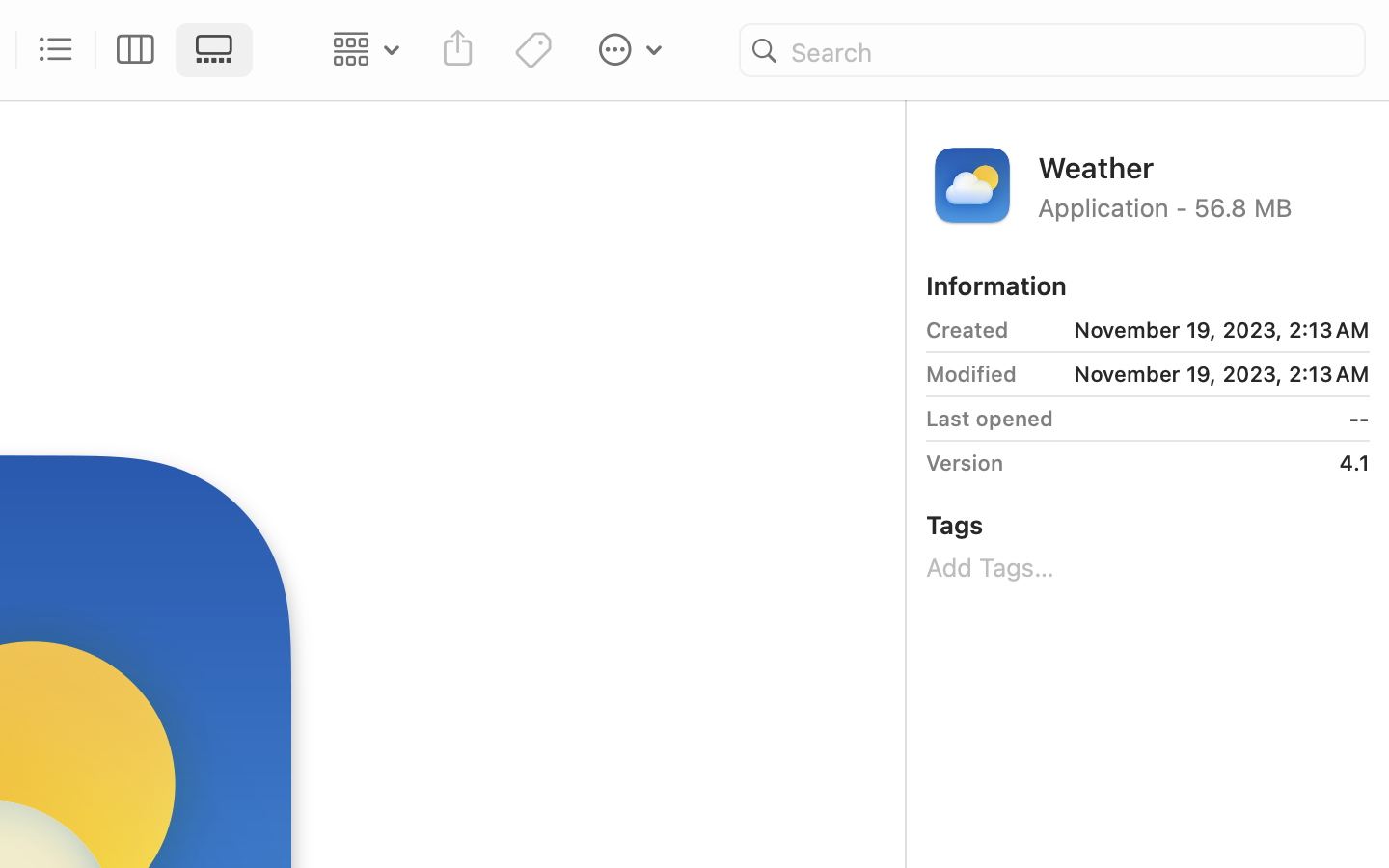 Image resolution: width=1389 pixels, height=868 pixels. What do you see at coordinates (969, 373) in the screenshot?
I see `'Modified'` at bounding box center [969, 373].